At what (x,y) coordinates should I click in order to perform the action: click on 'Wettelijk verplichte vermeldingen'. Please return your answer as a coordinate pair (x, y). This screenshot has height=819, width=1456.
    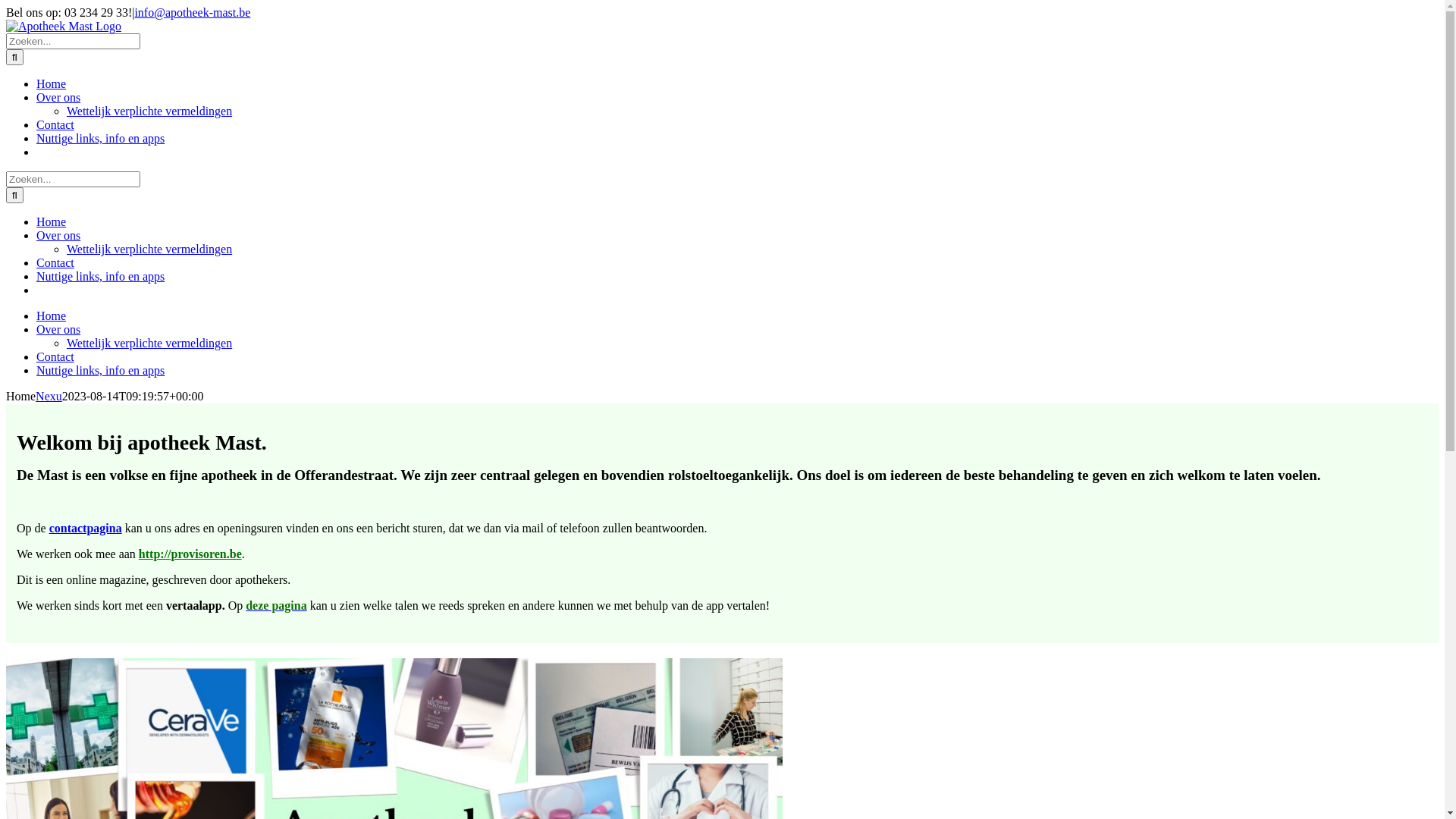
    Looking at the image, I should click on (149, 110).